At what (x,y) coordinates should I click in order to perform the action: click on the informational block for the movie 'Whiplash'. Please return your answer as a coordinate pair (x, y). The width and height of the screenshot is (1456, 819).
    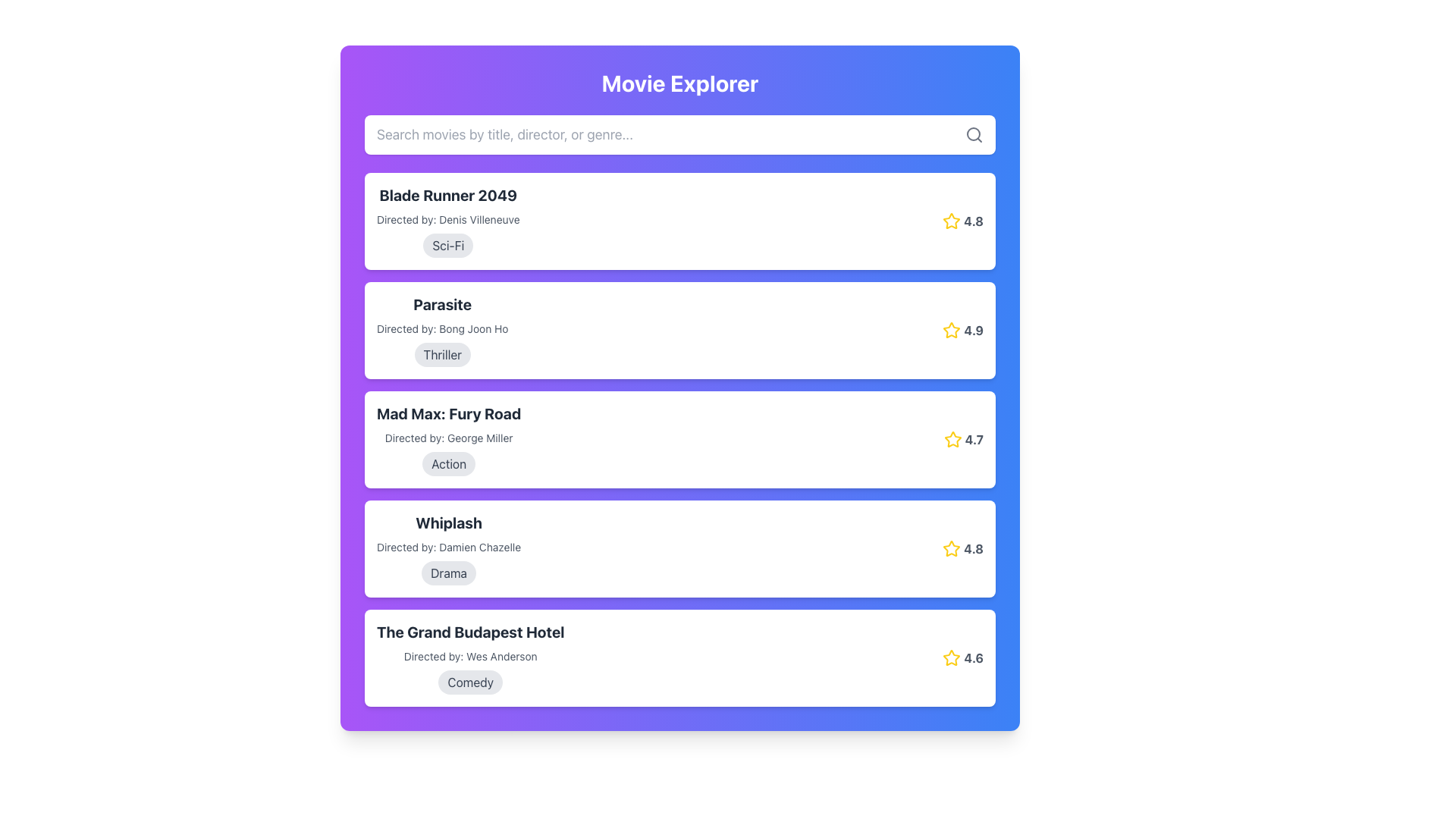
    Looking at the image, I should click on (448, 549).